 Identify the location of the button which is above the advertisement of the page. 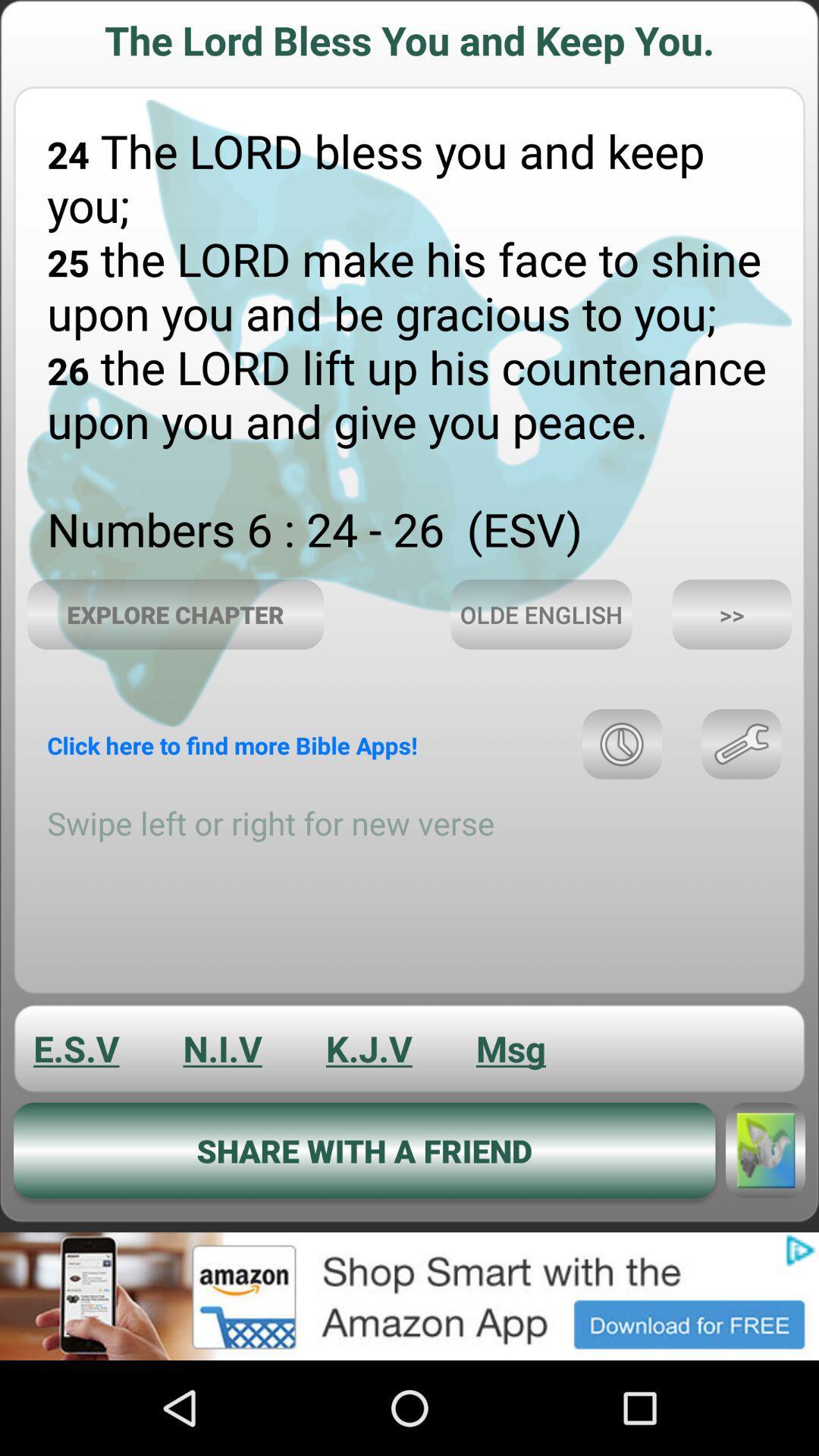
(365, 1150).